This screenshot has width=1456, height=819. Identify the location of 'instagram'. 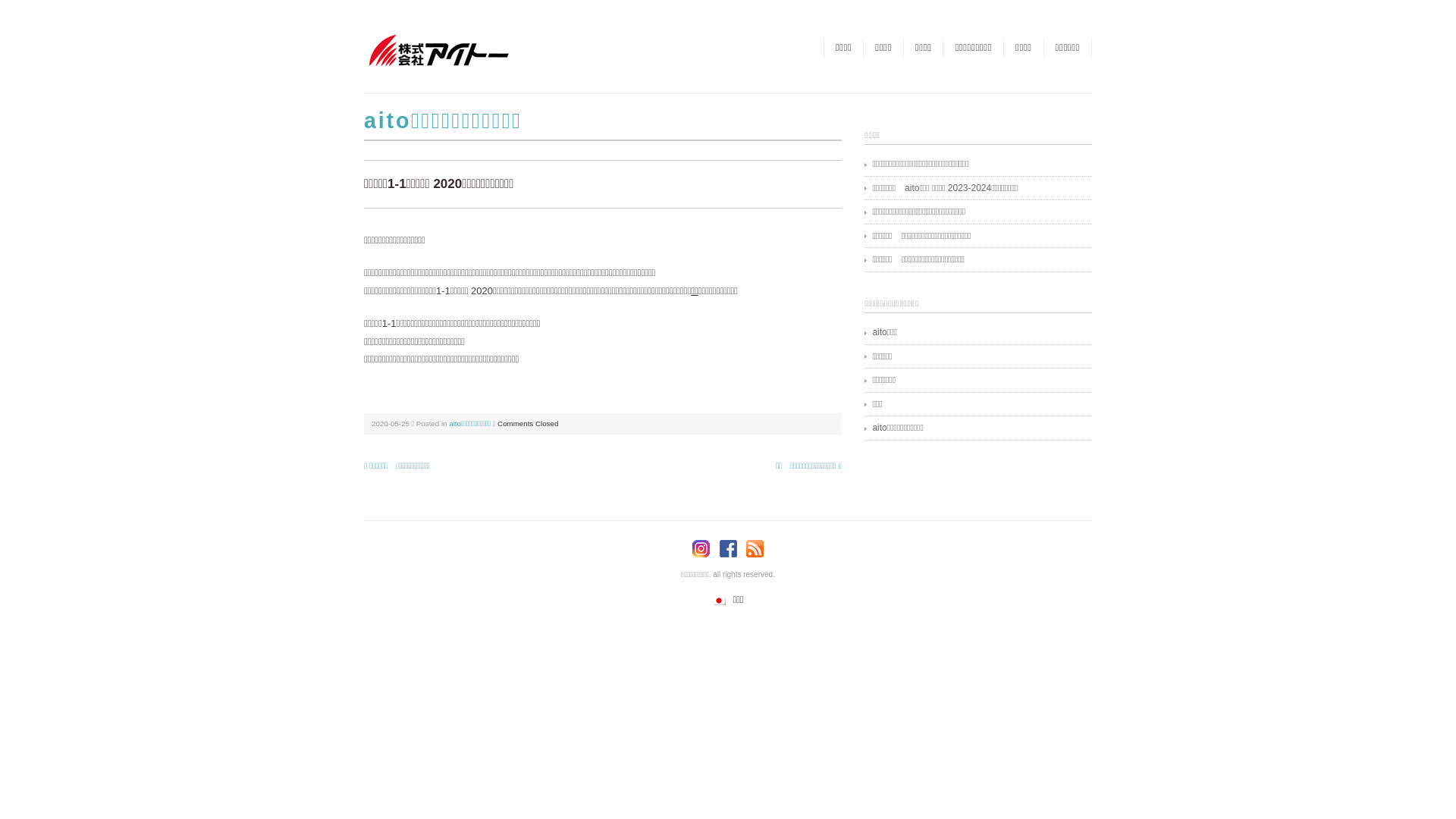
(704, 548).